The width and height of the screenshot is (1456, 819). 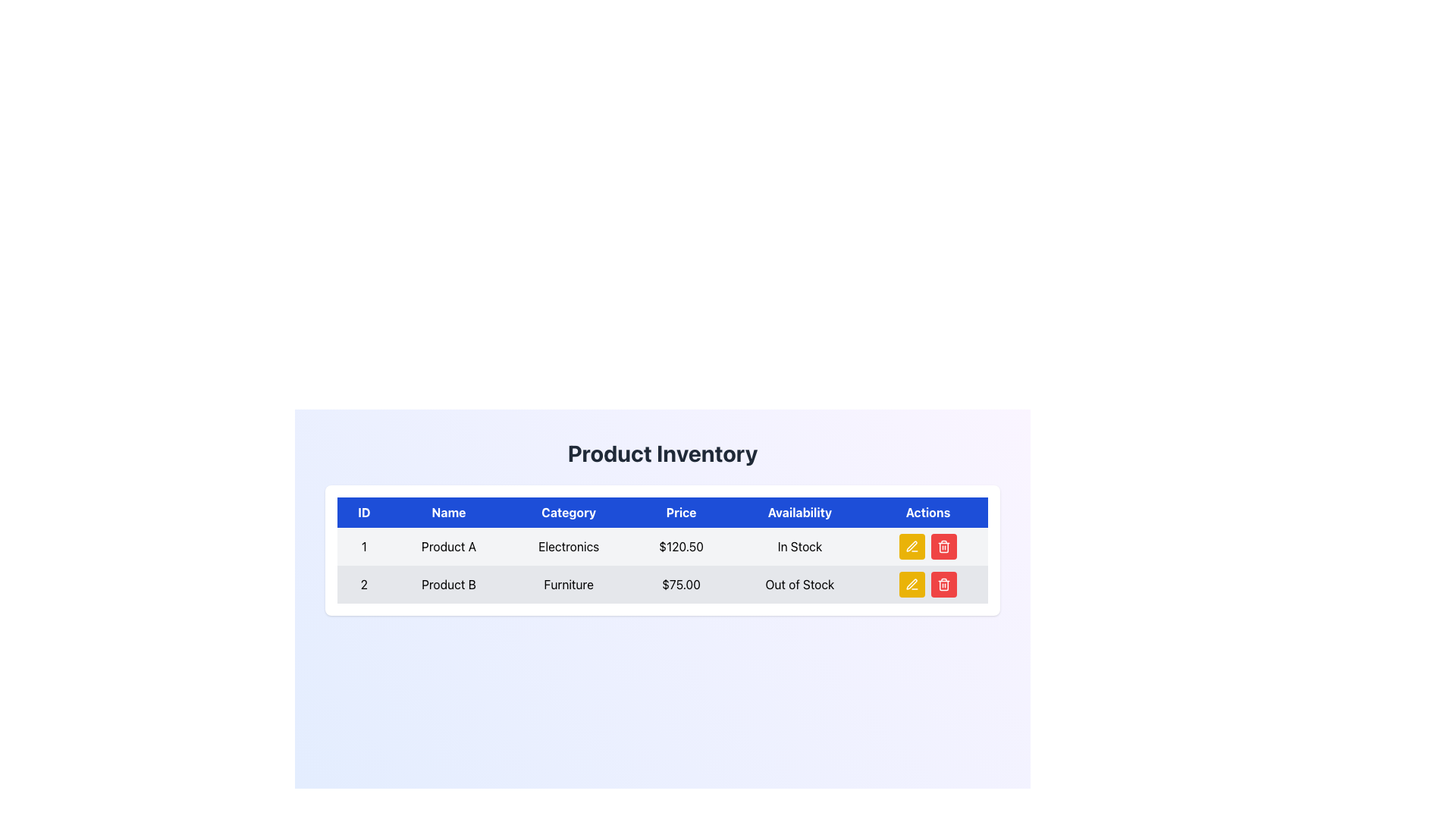 What do you see at coordinates (680, 512) in the screenshot?
I see `the 'Price' static text header, which is a rectangular button-like component with a blue background and white bold text, located in a horizontal row of six items` at bounding box center [680, 512].